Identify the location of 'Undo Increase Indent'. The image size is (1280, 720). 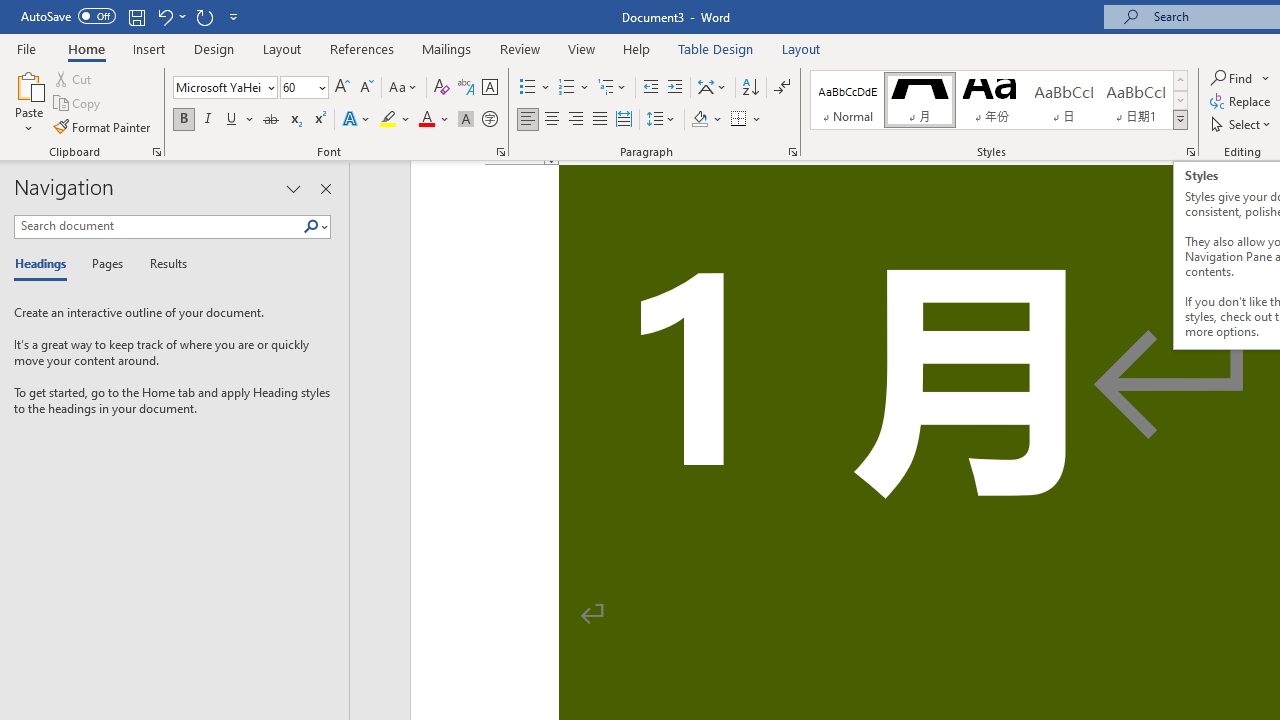
(170, 16).